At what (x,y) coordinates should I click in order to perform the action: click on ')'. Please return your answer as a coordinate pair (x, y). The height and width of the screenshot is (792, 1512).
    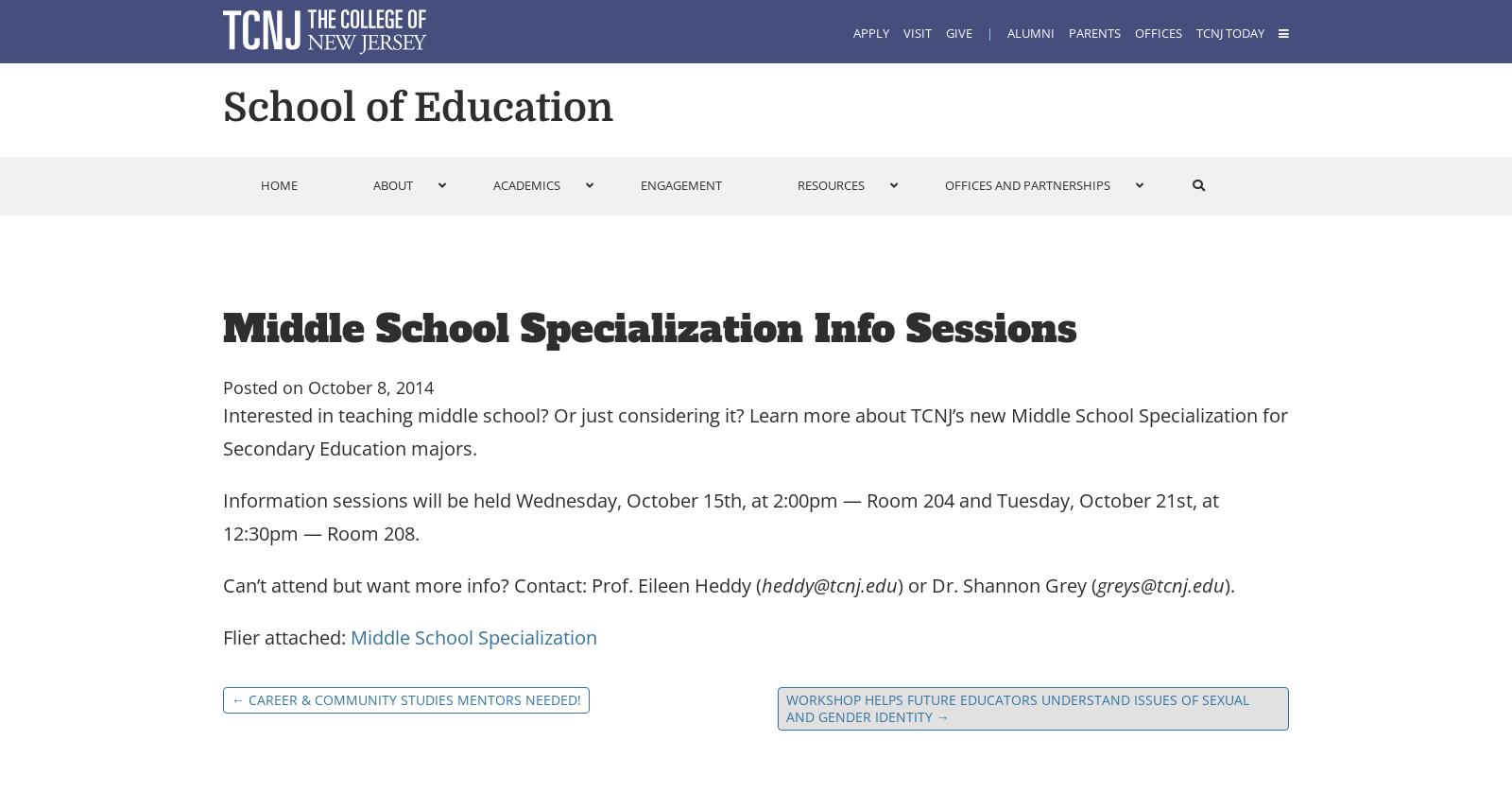
    Looking at the image, I should click on (899, 584).